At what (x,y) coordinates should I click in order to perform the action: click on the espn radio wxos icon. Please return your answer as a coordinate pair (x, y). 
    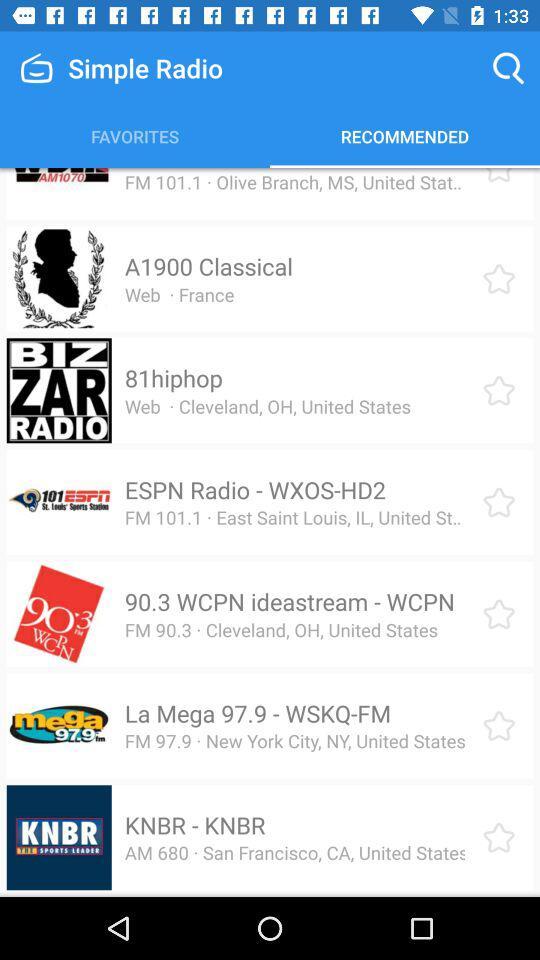
    Looking at the image, I should click on (255, 488).